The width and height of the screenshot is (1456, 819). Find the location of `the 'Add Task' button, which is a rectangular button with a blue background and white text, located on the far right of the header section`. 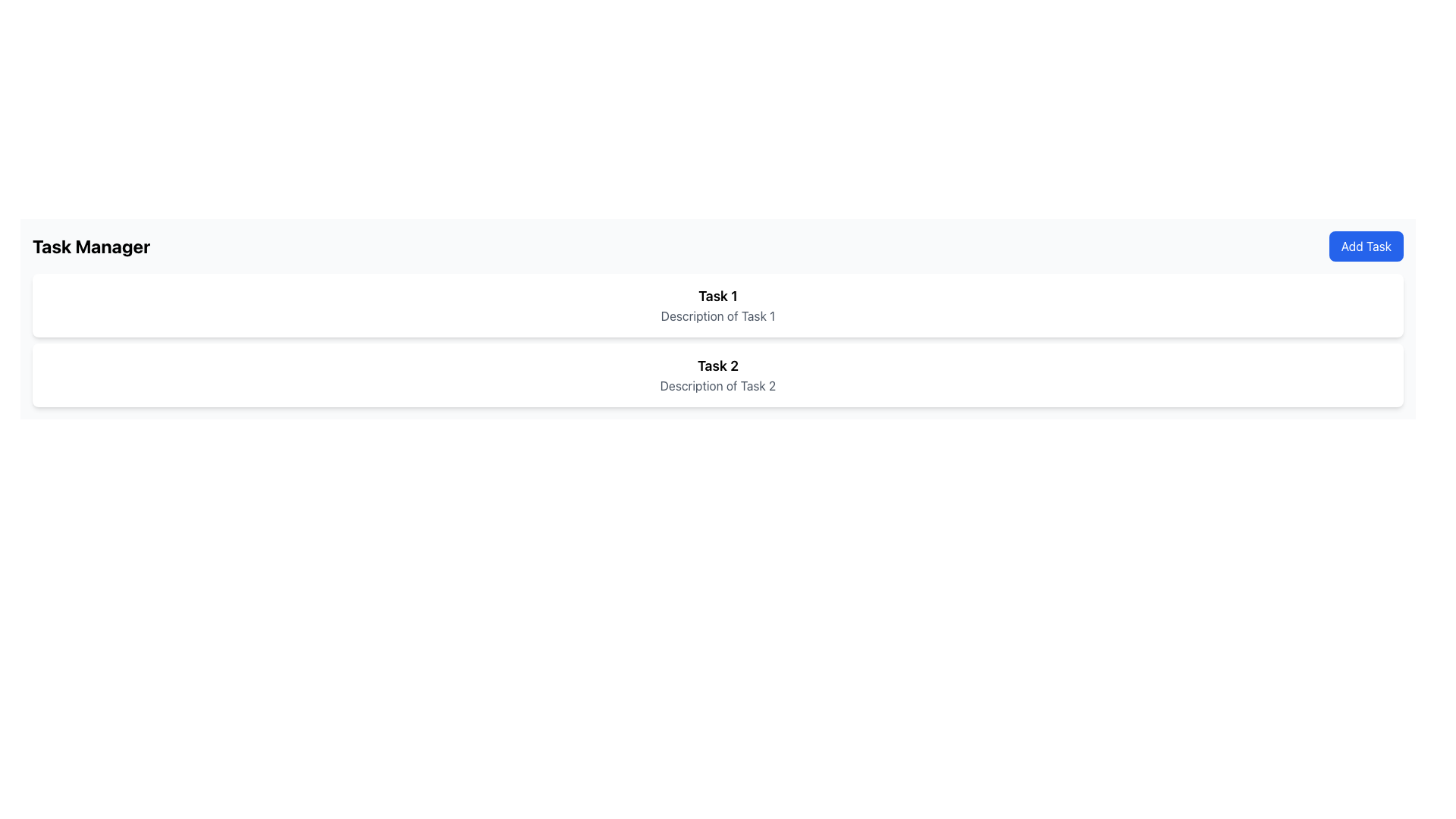

the 'Add Task' button, which is a rectangular button with a blue background and white text, located on the far right of the header section is located at coordinates (1366, 245).